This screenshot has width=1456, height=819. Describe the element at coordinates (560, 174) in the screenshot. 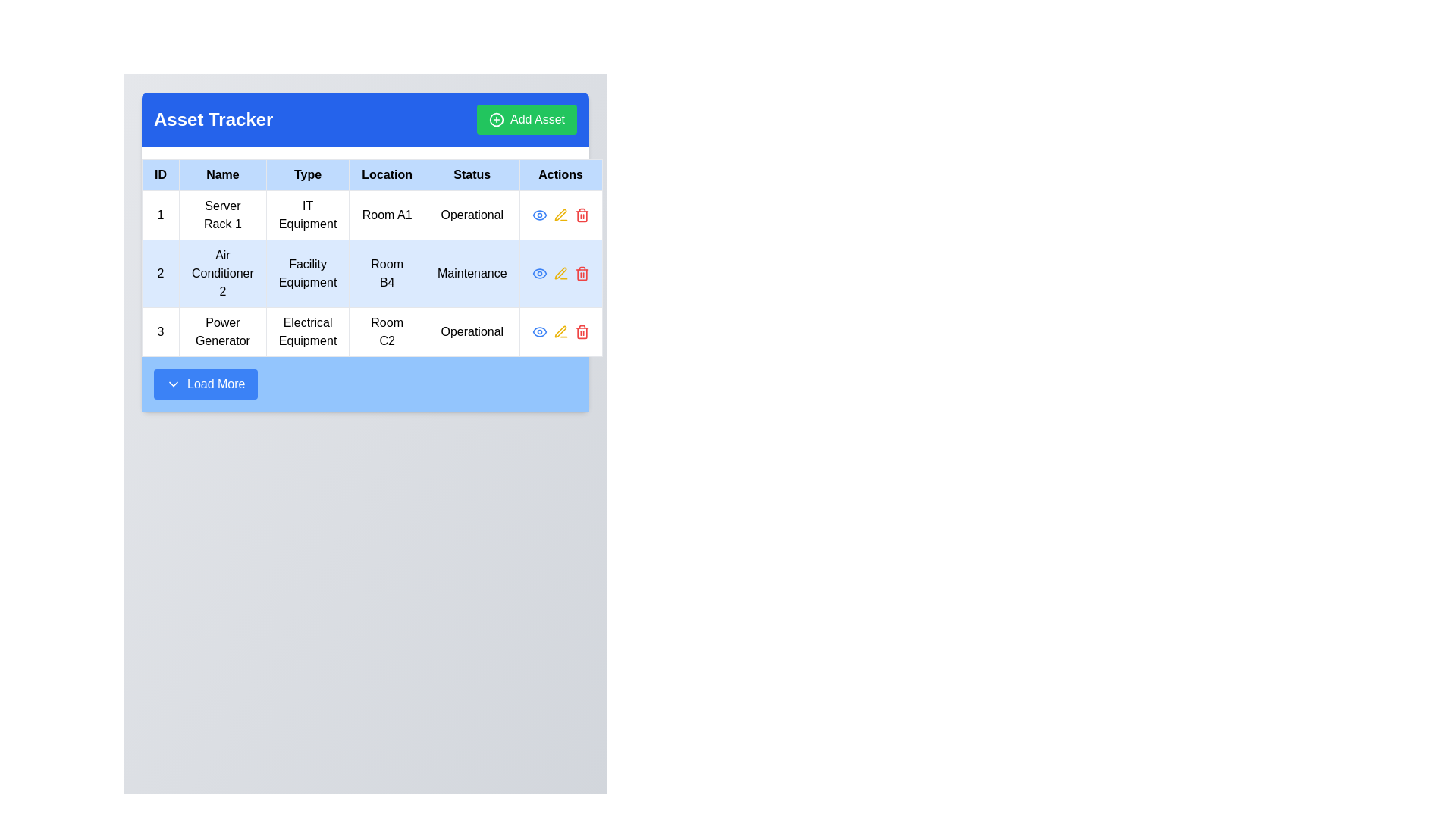

I see `the 'Actions' column header, which is the sixth and last column header in the table, located at the top-right portion of the header row` at that location.